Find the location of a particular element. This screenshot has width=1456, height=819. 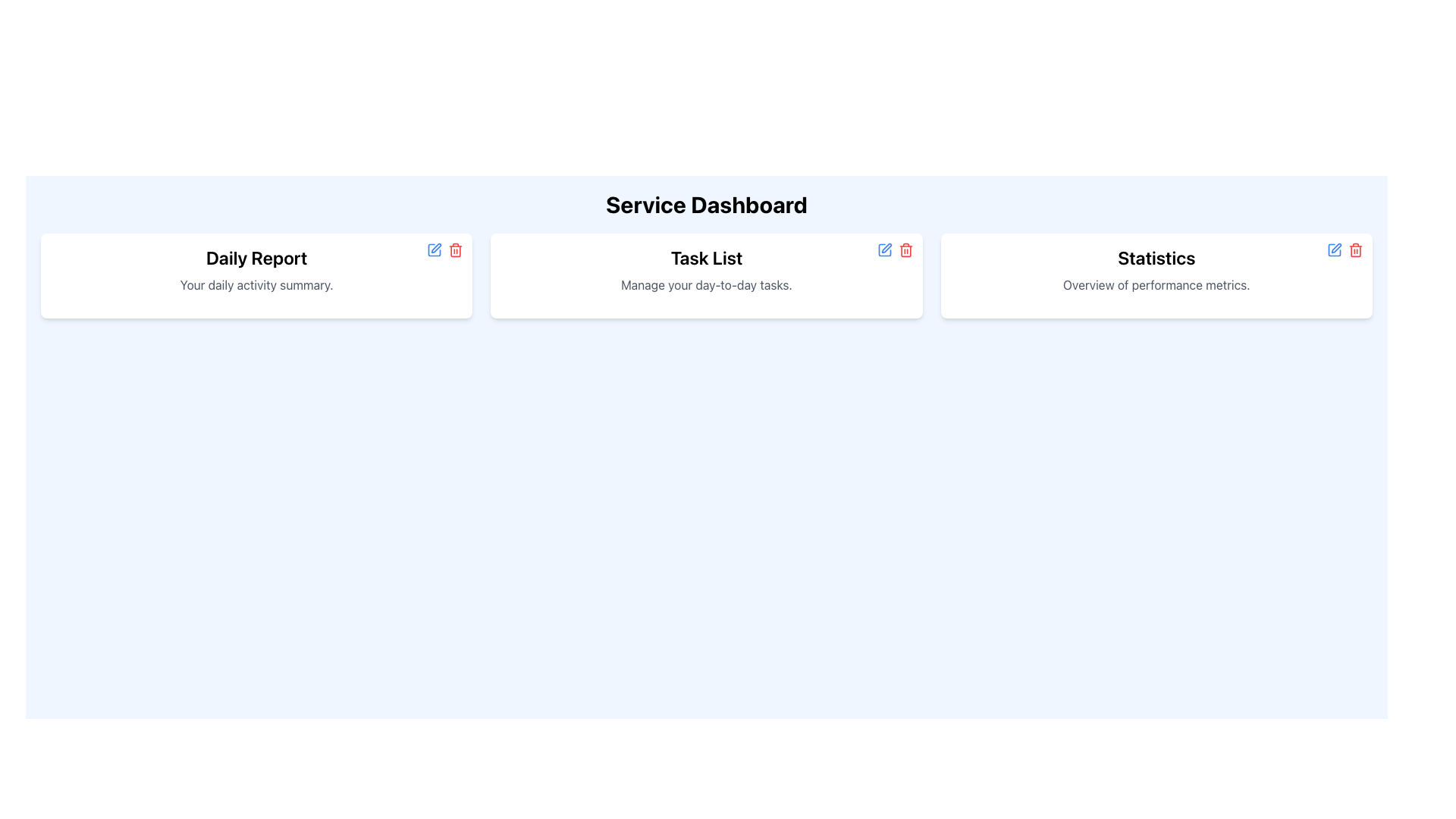

the text element that provides context for the 'Statistics' section, located below the 'Statistics' header in the card layout is located at coordinates (1156, 284).